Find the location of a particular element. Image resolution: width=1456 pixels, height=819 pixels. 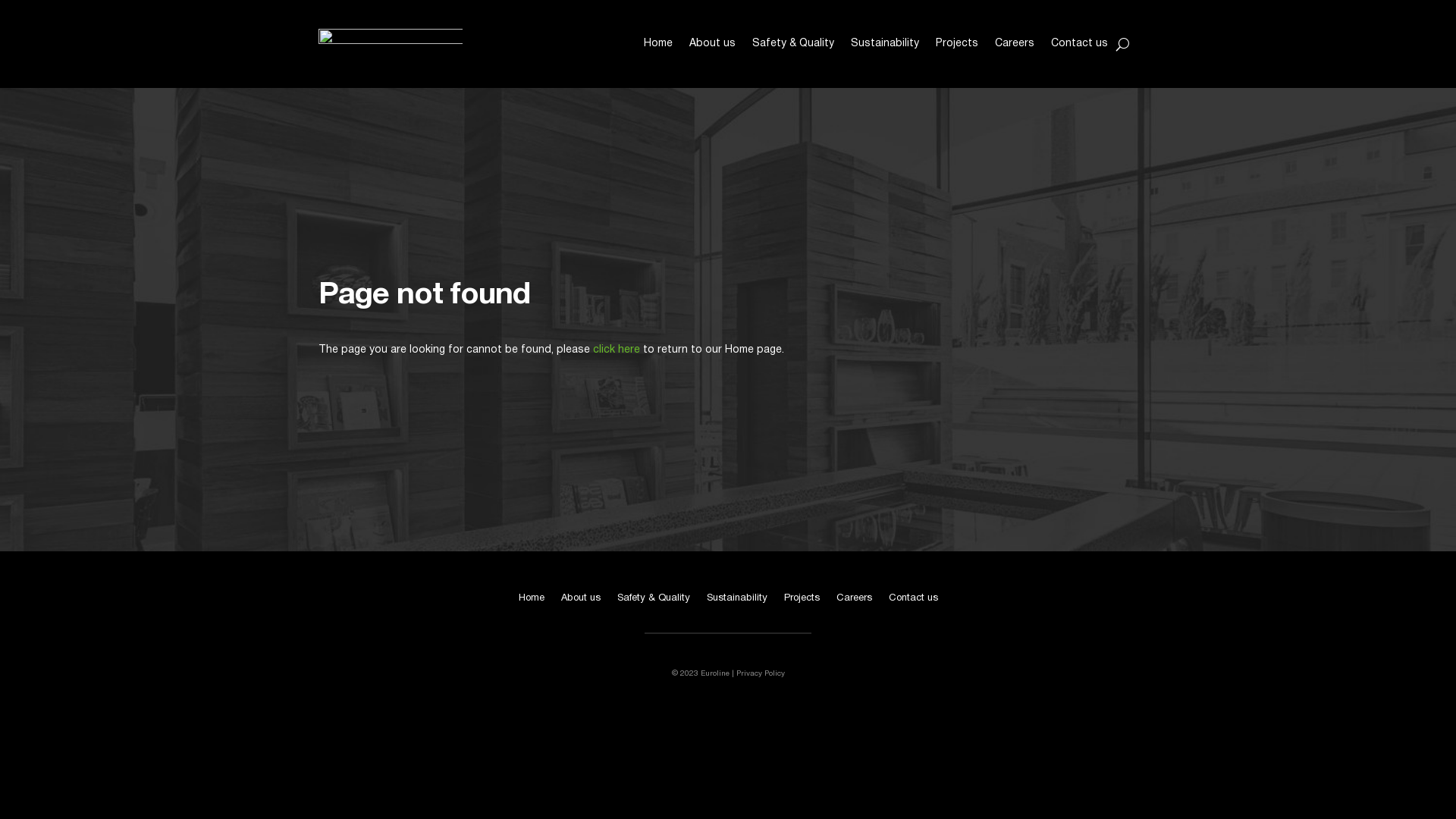

'Sustainability' is located at coordinates (736, 601).